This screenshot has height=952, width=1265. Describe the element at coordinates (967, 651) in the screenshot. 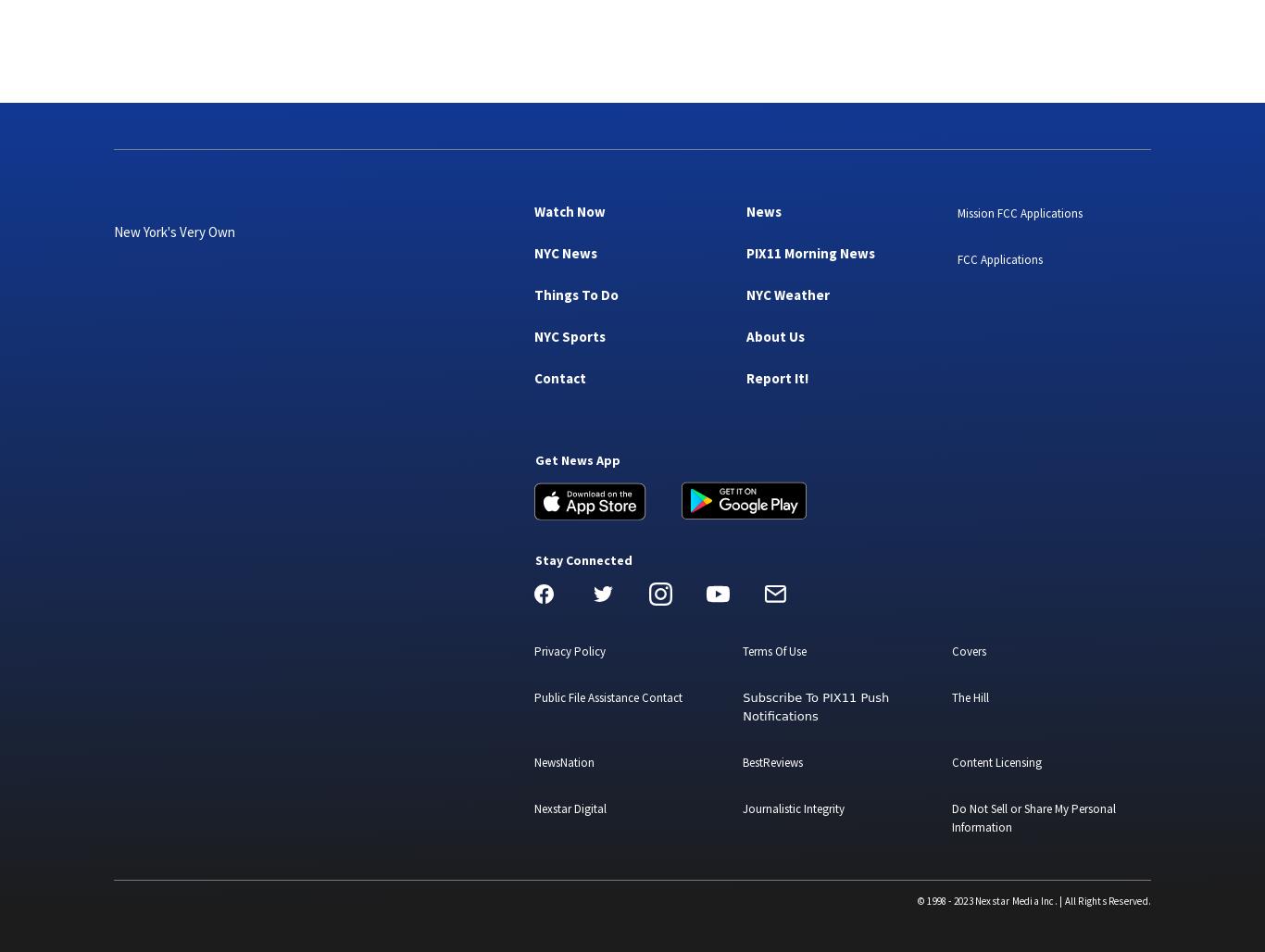

I see `'Covers'` at that location.